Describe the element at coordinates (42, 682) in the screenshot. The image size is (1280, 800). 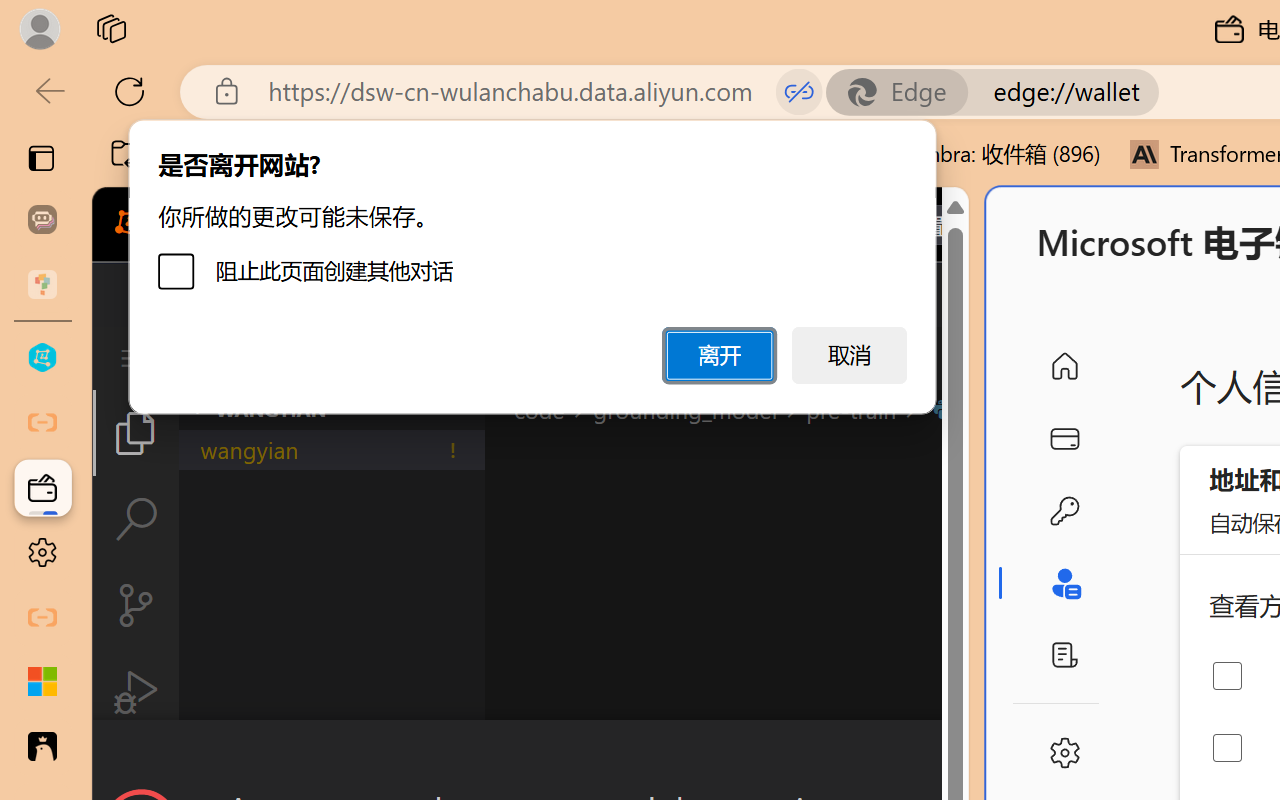
I see `'Adjust indents and spacing - Microsoft Support'` at that location.